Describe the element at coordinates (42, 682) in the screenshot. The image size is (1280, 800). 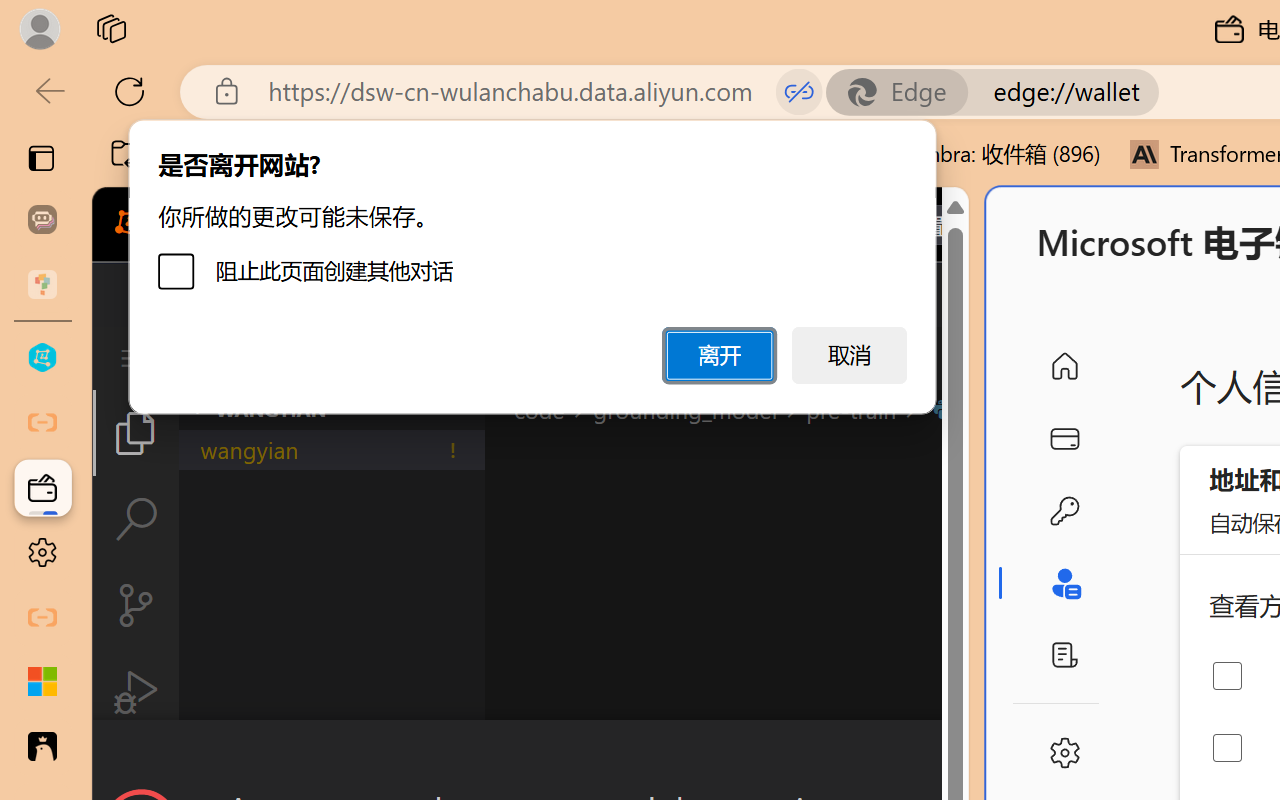
I see `'Adjust indents and spacing - Microsoft Support'` at that location.